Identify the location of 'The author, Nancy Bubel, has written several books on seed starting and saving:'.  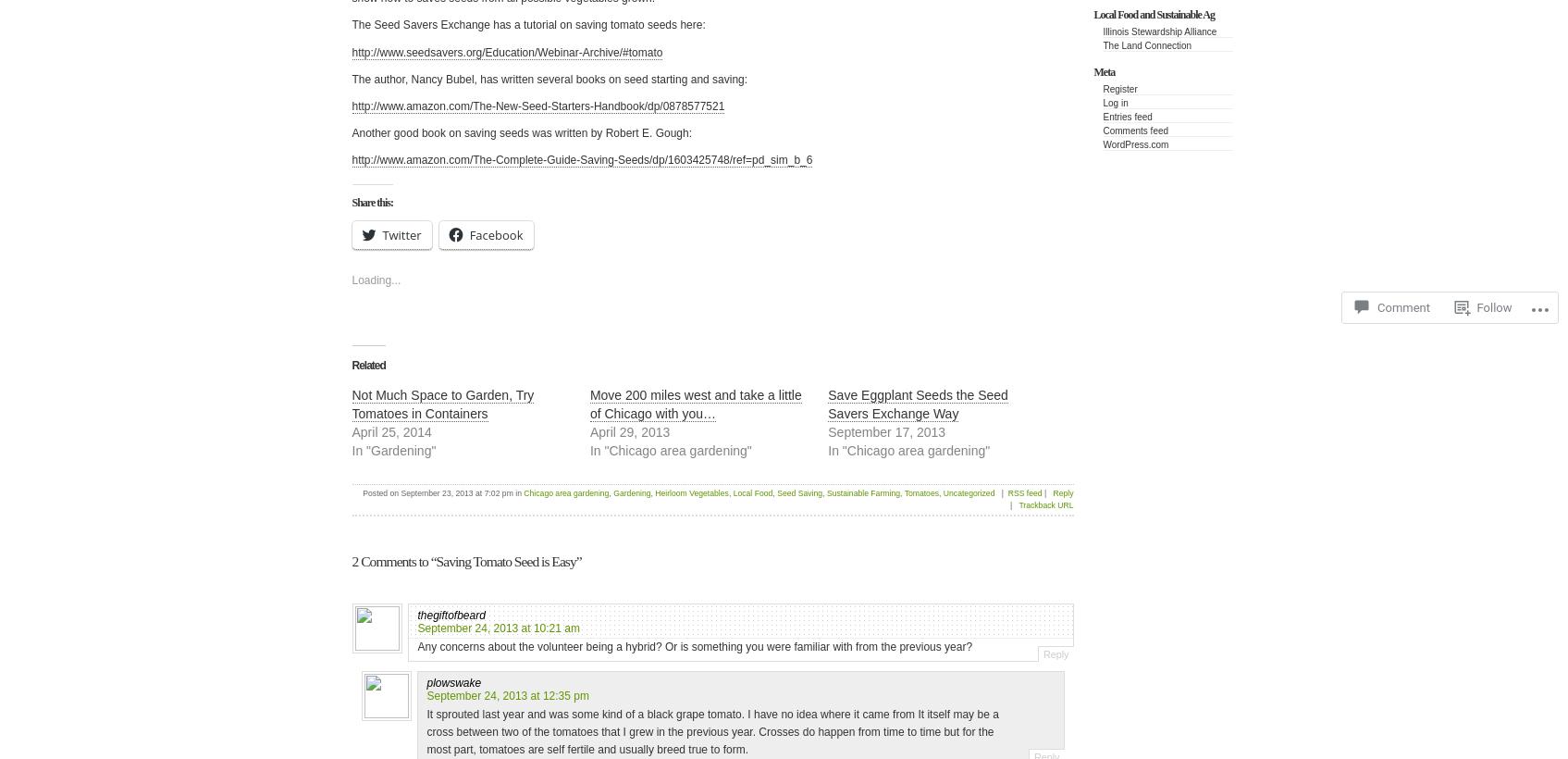
(548, 79).